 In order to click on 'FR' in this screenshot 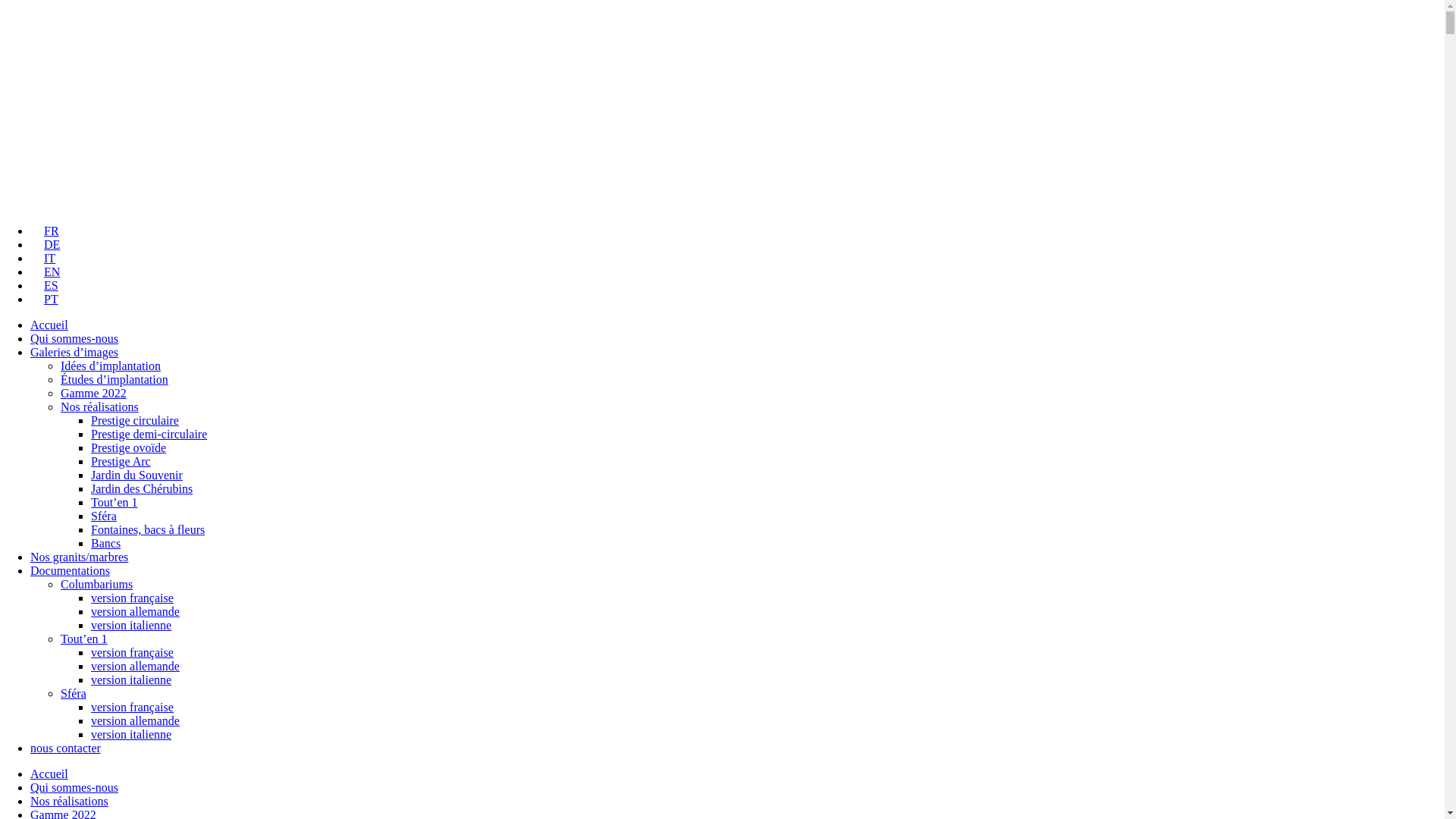, I will do `click(30, 231)`.